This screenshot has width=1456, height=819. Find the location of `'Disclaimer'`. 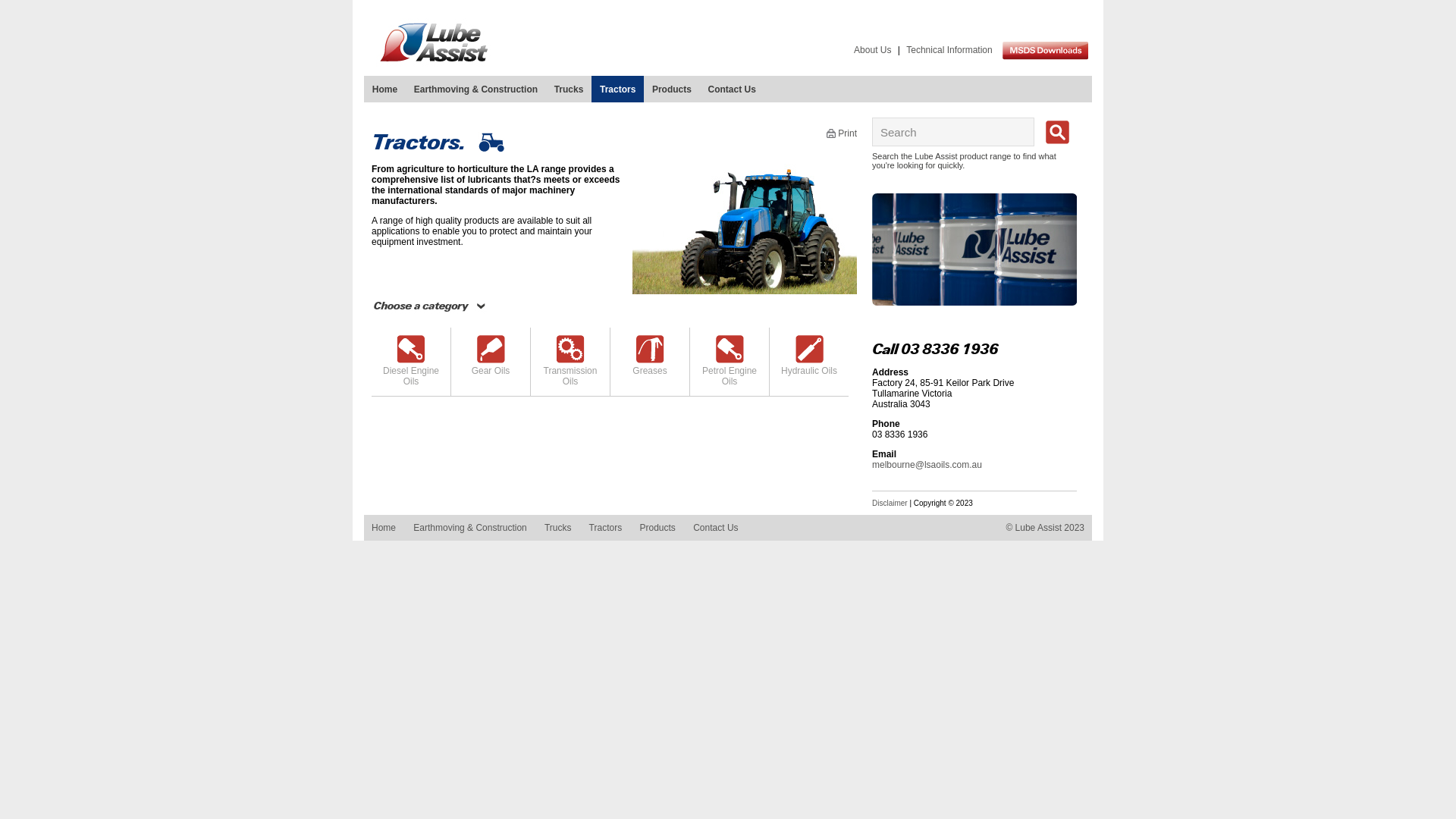

'Disclaimer' is located at coordinates (890, 503).